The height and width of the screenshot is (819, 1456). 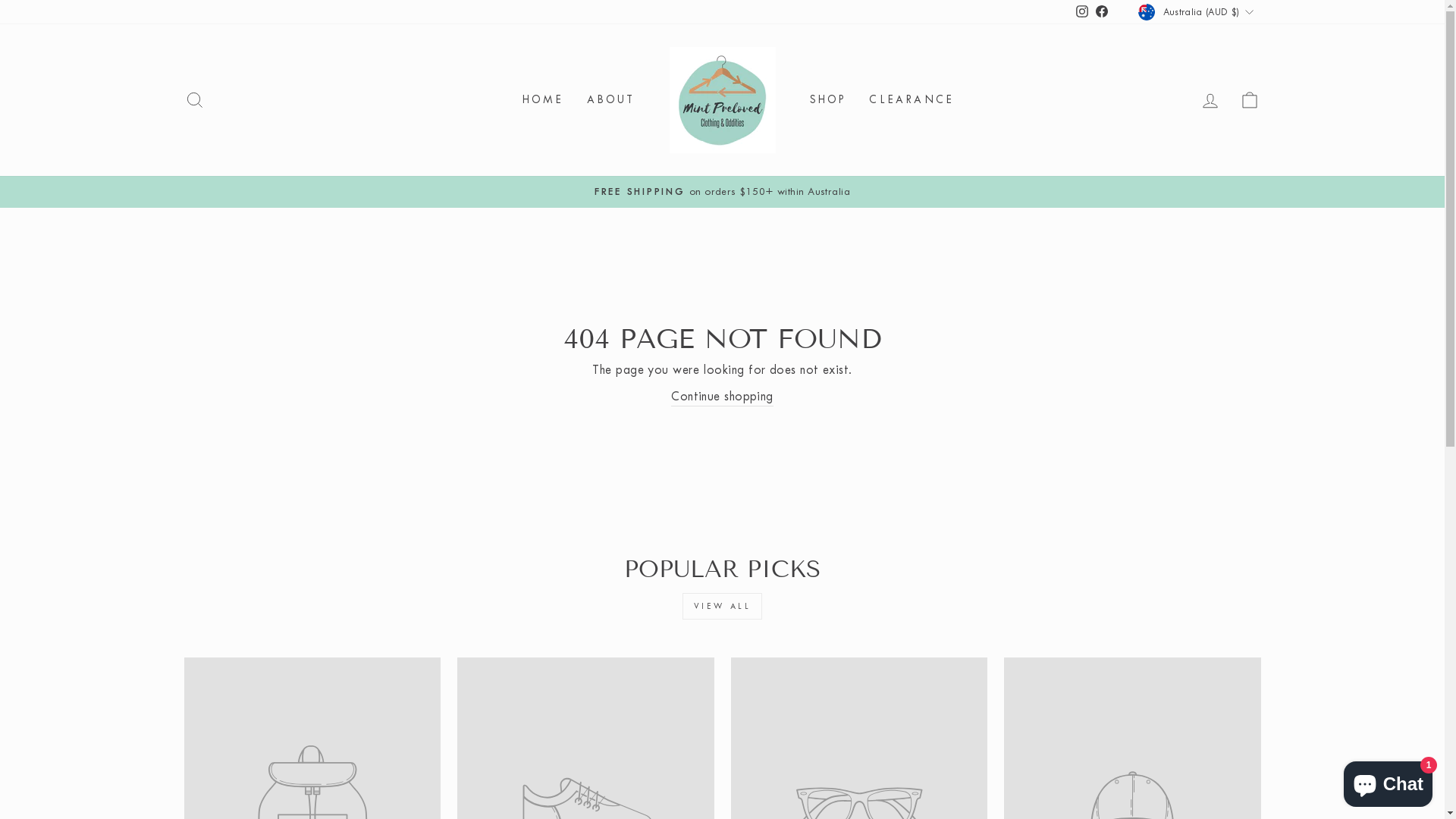 What do you see at coordinates (193, 100) in the screenshot?
I see `'SEARCH'` at bounding box center [193, 100].